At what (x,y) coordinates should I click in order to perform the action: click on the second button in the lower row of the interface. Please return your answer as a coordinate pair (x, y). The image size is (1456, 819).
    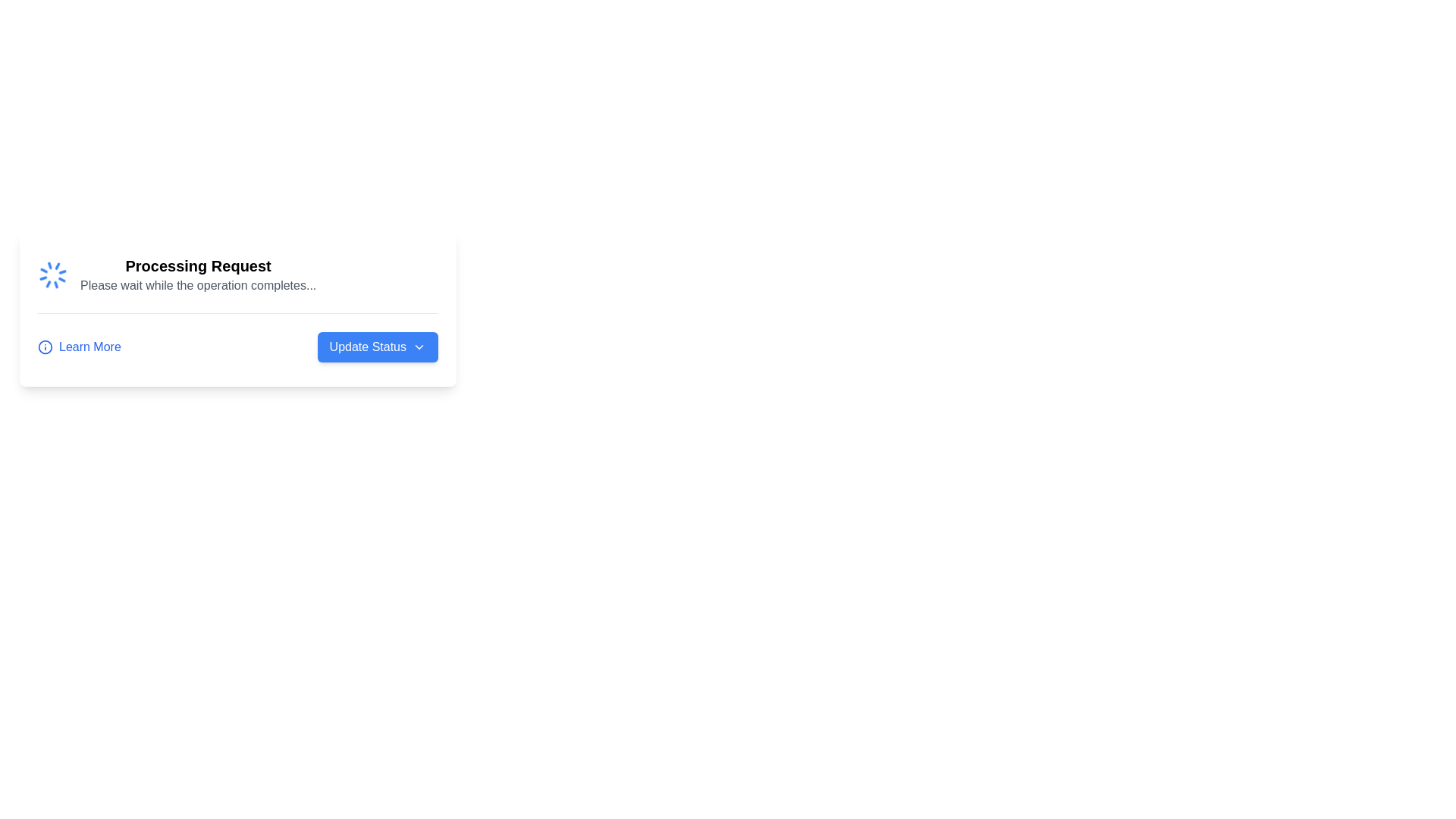
    Looking at the image, I should click on (378, 347).